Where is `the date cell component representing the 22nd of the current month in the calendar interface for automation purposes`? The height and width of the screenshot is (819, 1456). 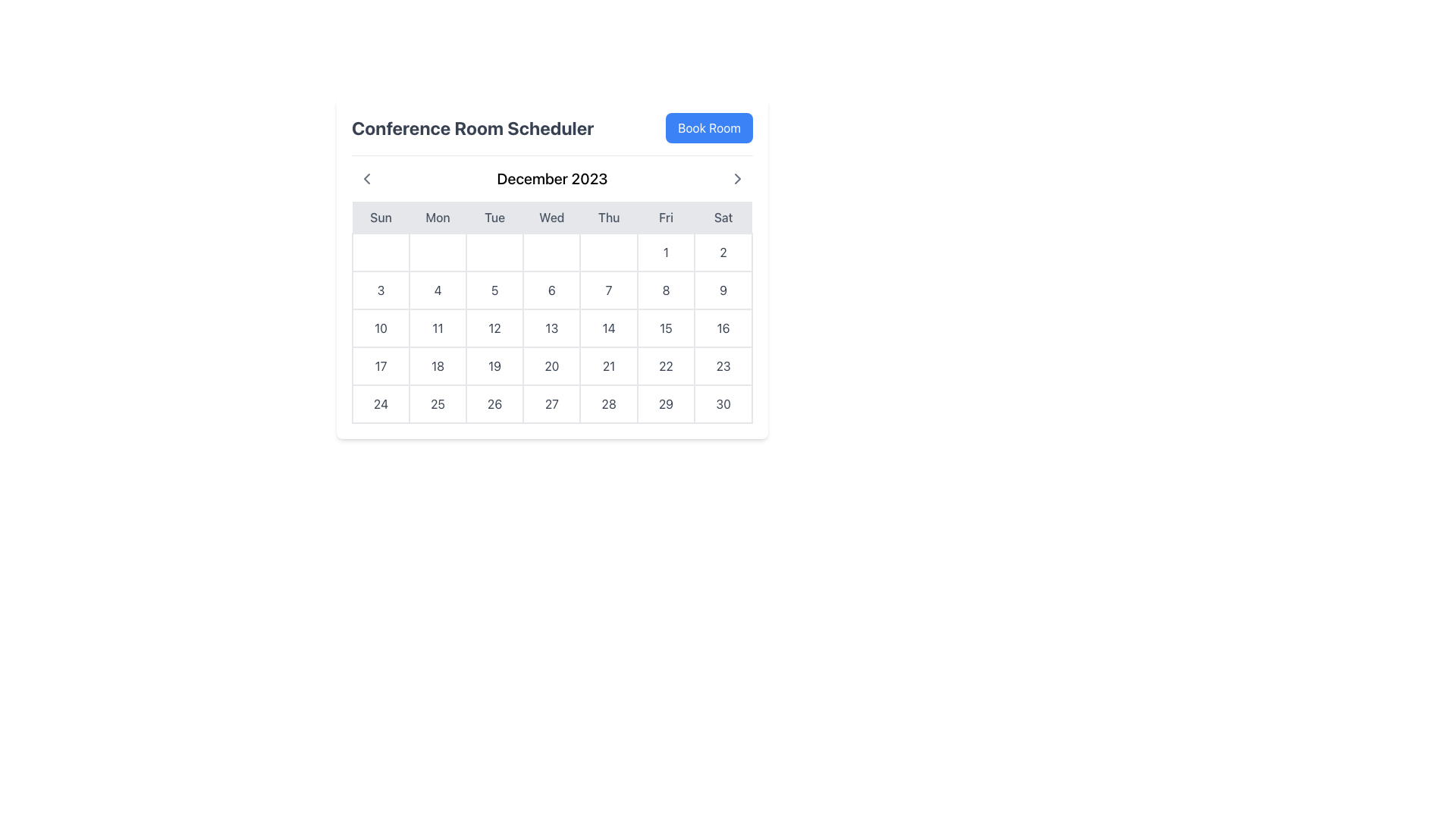 the date cell component representing the 22nd of the current month in the calendar interface for automation purposes is located at coordinates (666, 366).